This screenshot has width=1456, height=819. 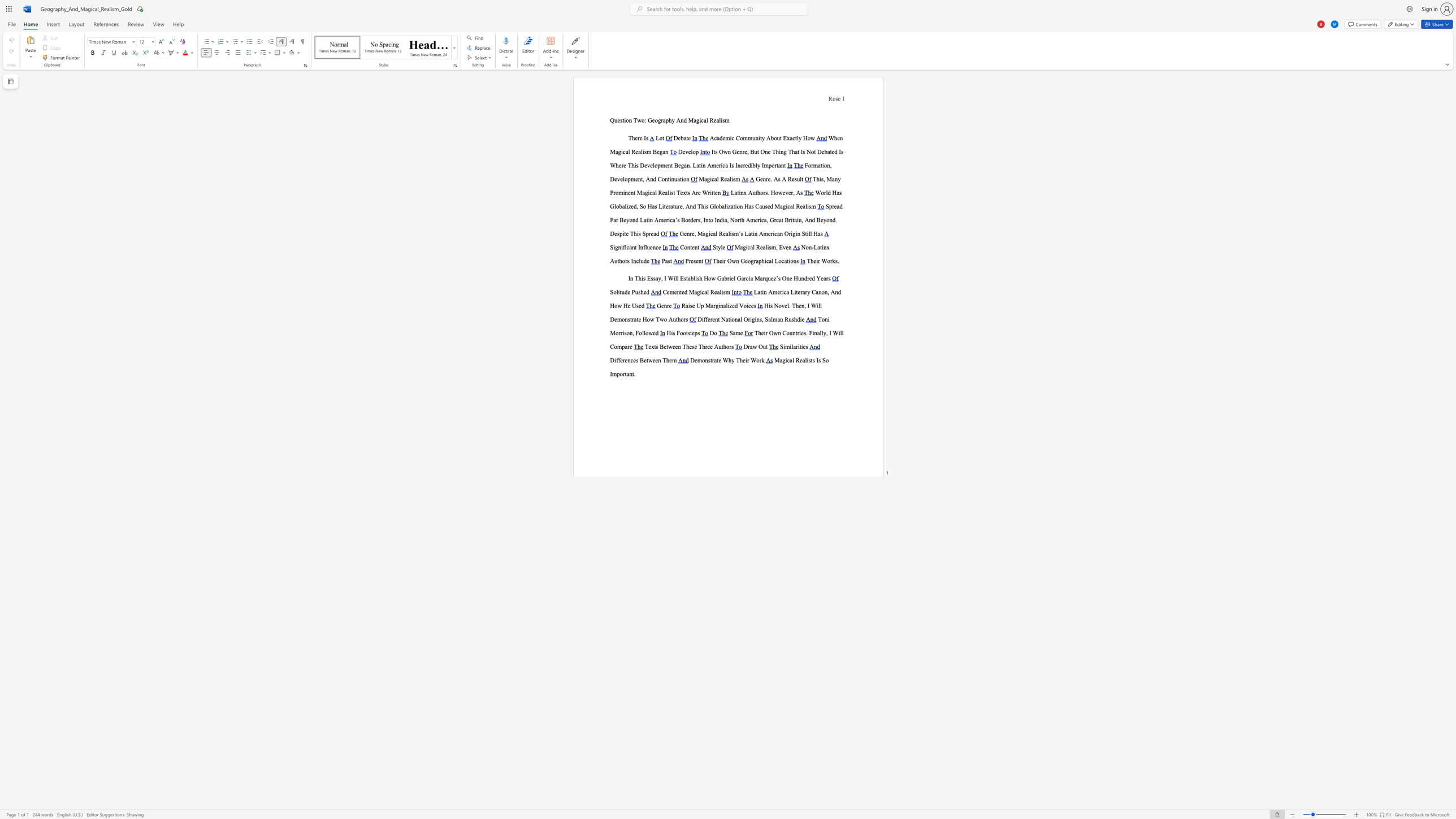 What do you see at coordinates (816, 260) in the screenshot?
I see `the subset text "ir Works" within the text "Their Works."` at bounding box center [816, 260].